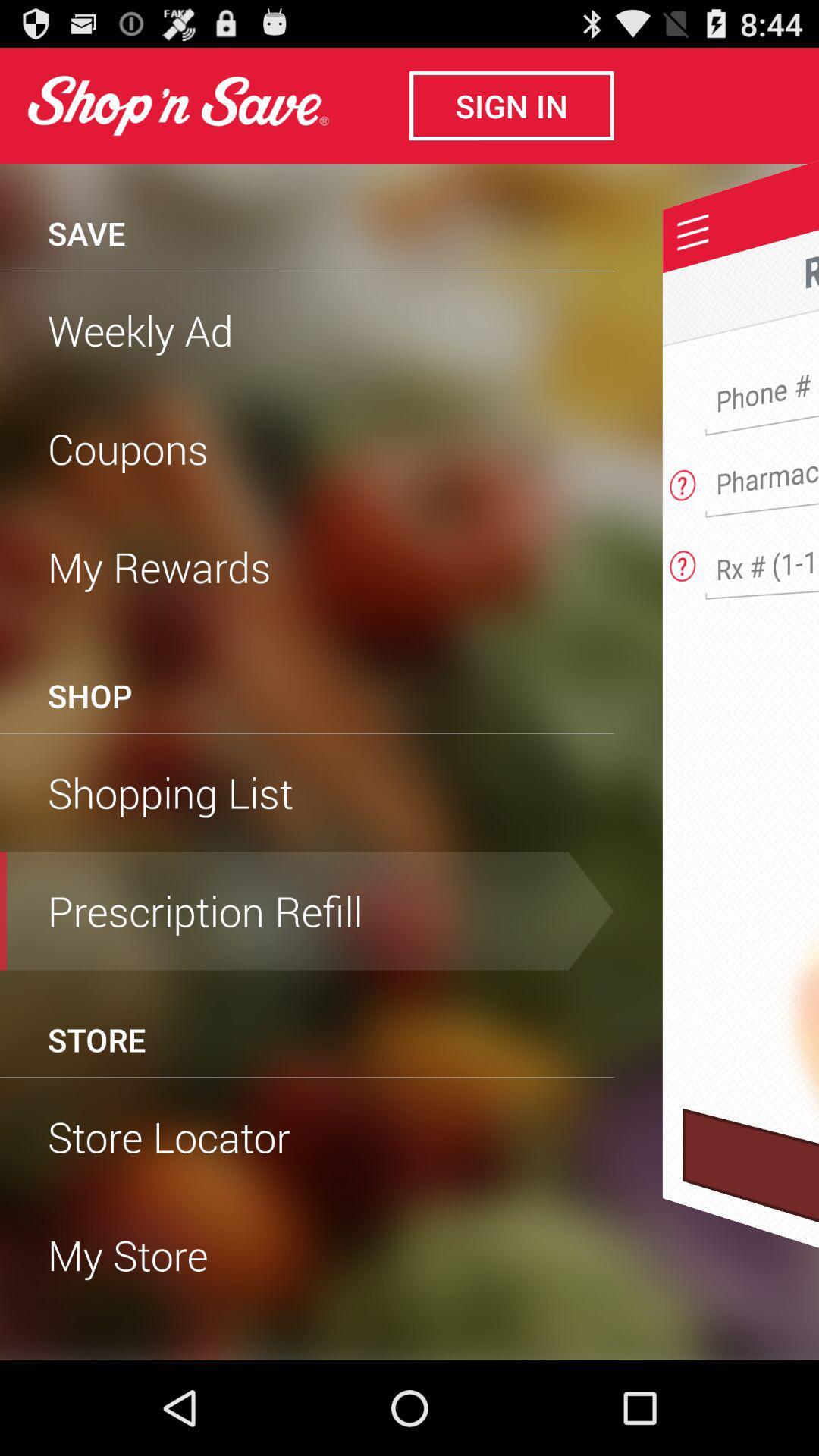 Image resolution: width=819 pixels, height=1456 pixels. Describe the element at coordinates (751, 1234) in the screenshot. I see `the item to the right of store locator item` at that location.